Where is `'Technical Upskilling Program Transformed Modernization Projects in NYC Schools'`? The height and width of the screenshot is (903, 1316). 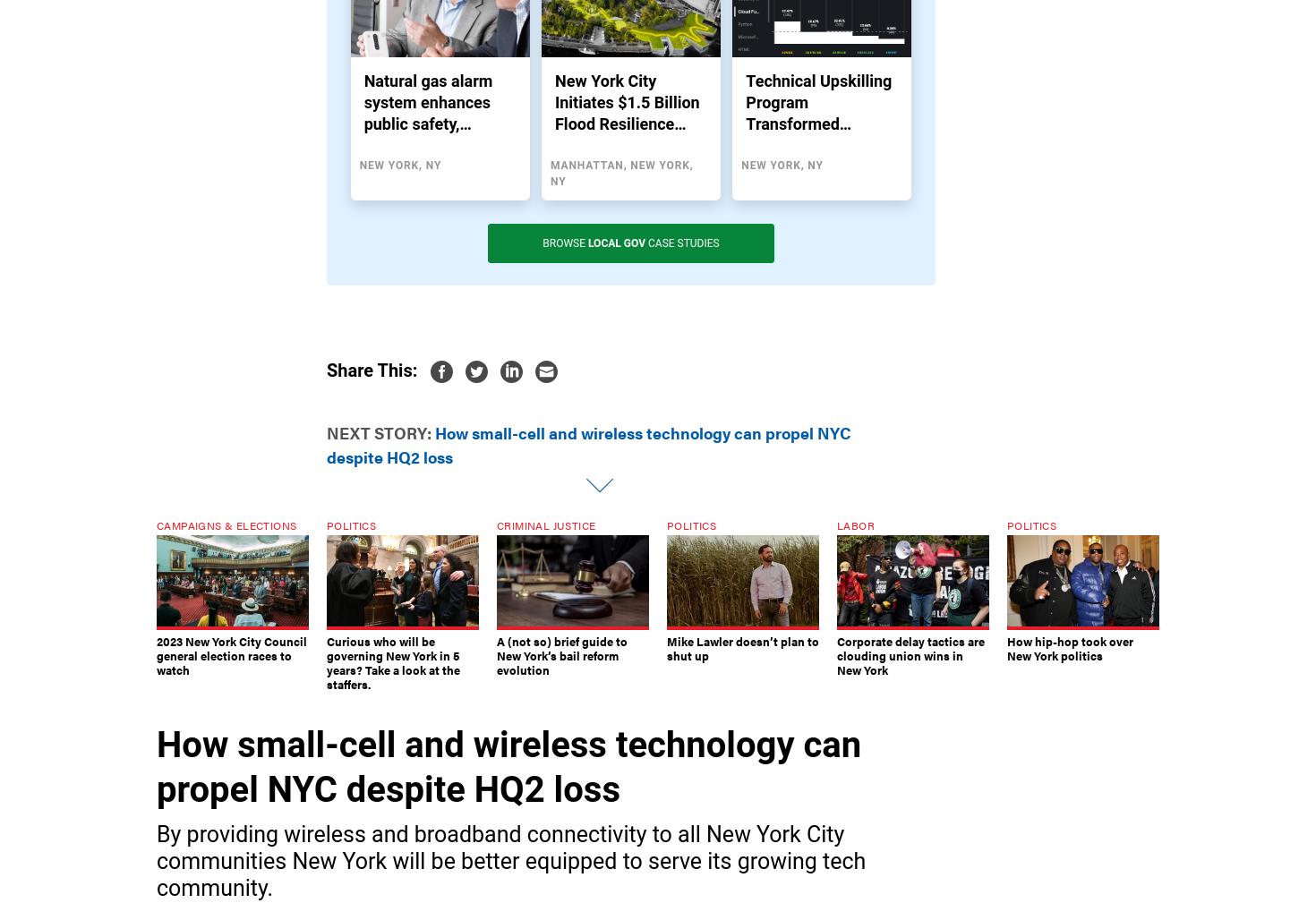 'Technical Upskilling Program Transformed Modernization Projects in NYC Schools' is located at coordinates (818, 133).